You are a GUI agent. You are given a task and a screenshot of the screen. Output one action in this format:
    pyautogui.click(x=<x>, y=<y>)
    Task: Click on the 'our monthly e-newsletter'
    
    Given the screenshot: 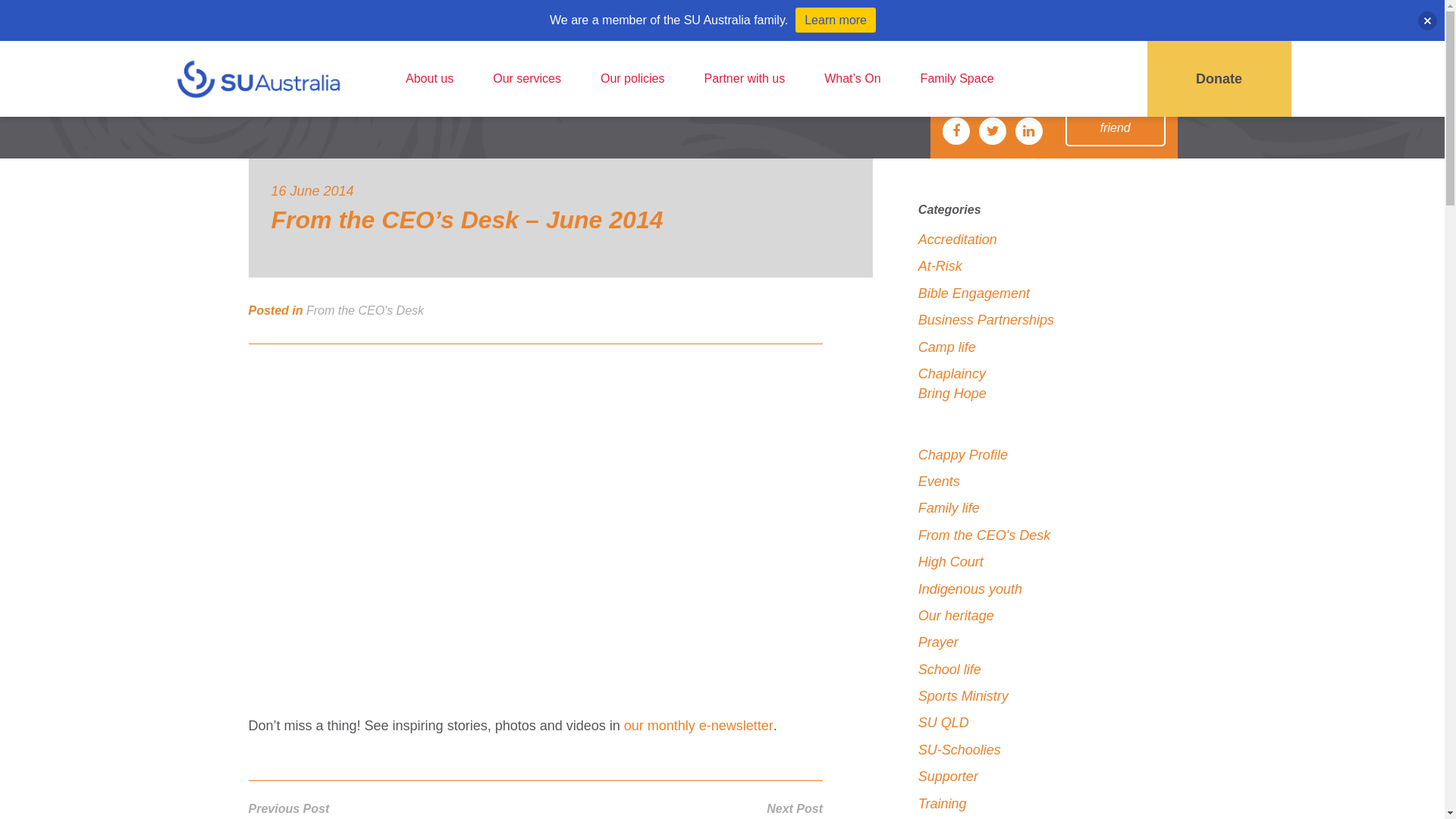 What is the action you would take?
    pyautogui.click(x=698, y=724)
    